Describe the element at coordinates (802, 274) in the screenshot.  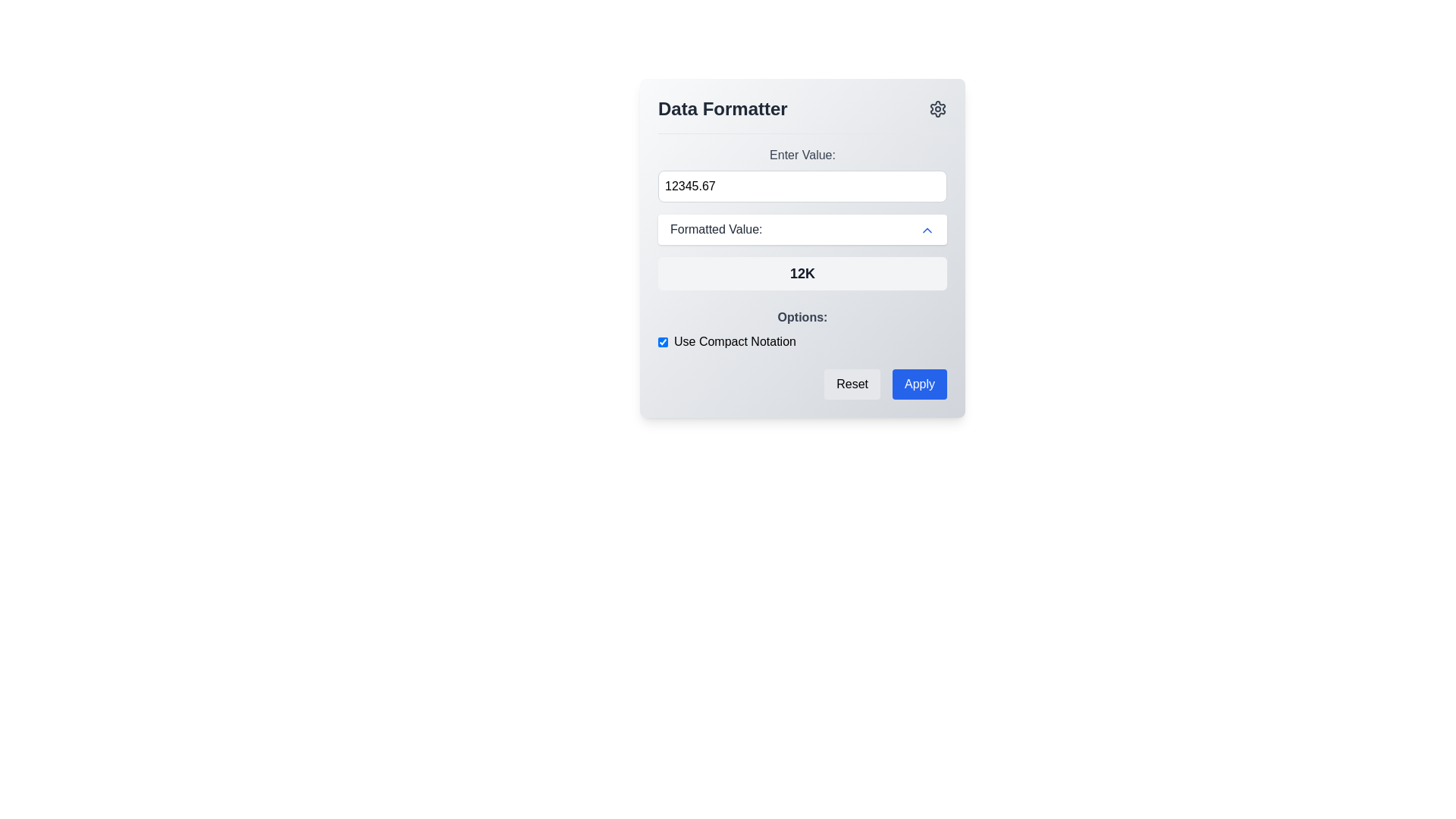
I see `the text display component located in the 'Data Formatter' dialog box, positioned below 'Formatted Value:' and above 'Options:'` at that location.